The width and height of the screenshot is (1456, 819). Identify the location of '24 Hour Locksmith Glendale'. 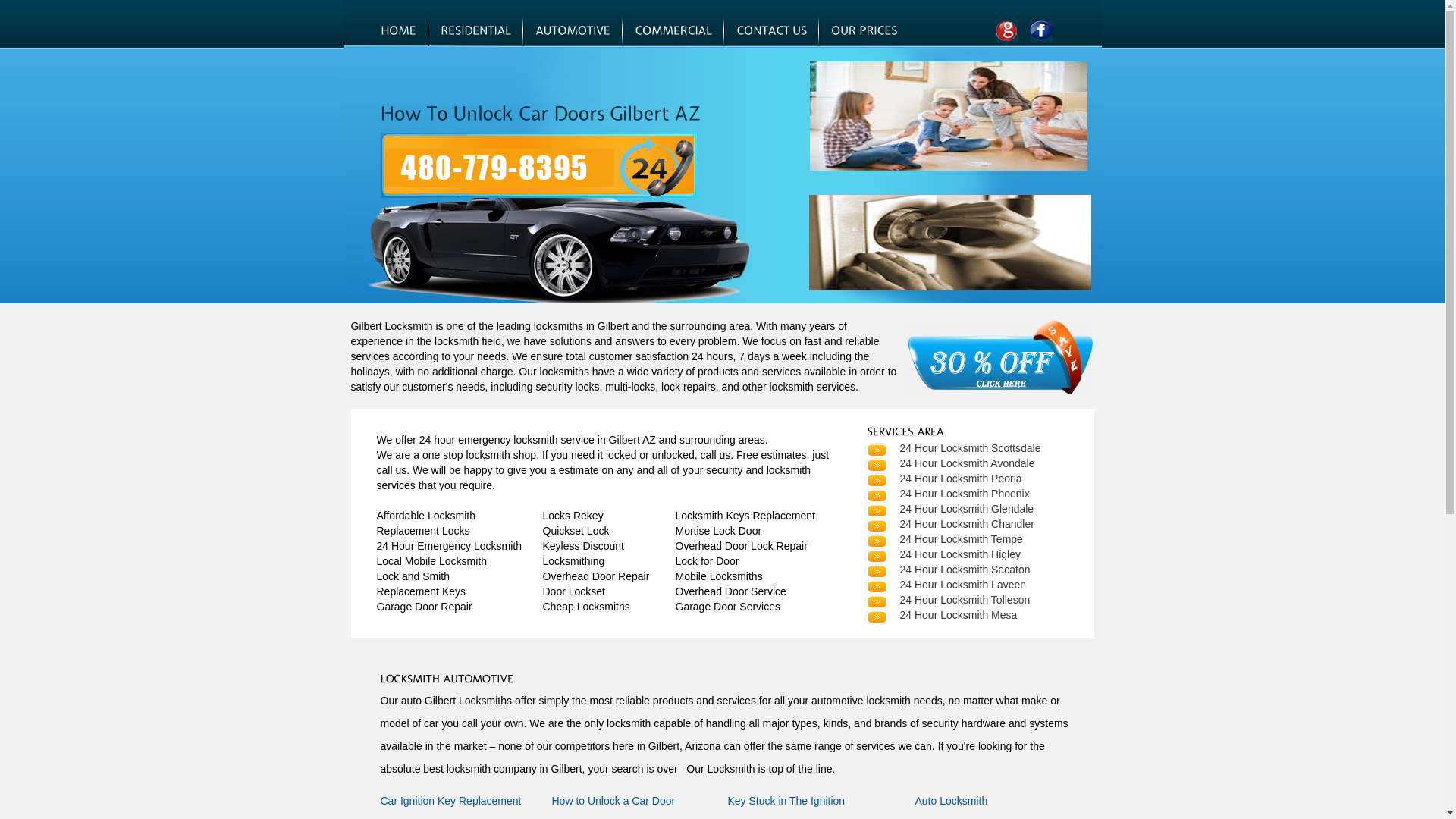
(947, 509).